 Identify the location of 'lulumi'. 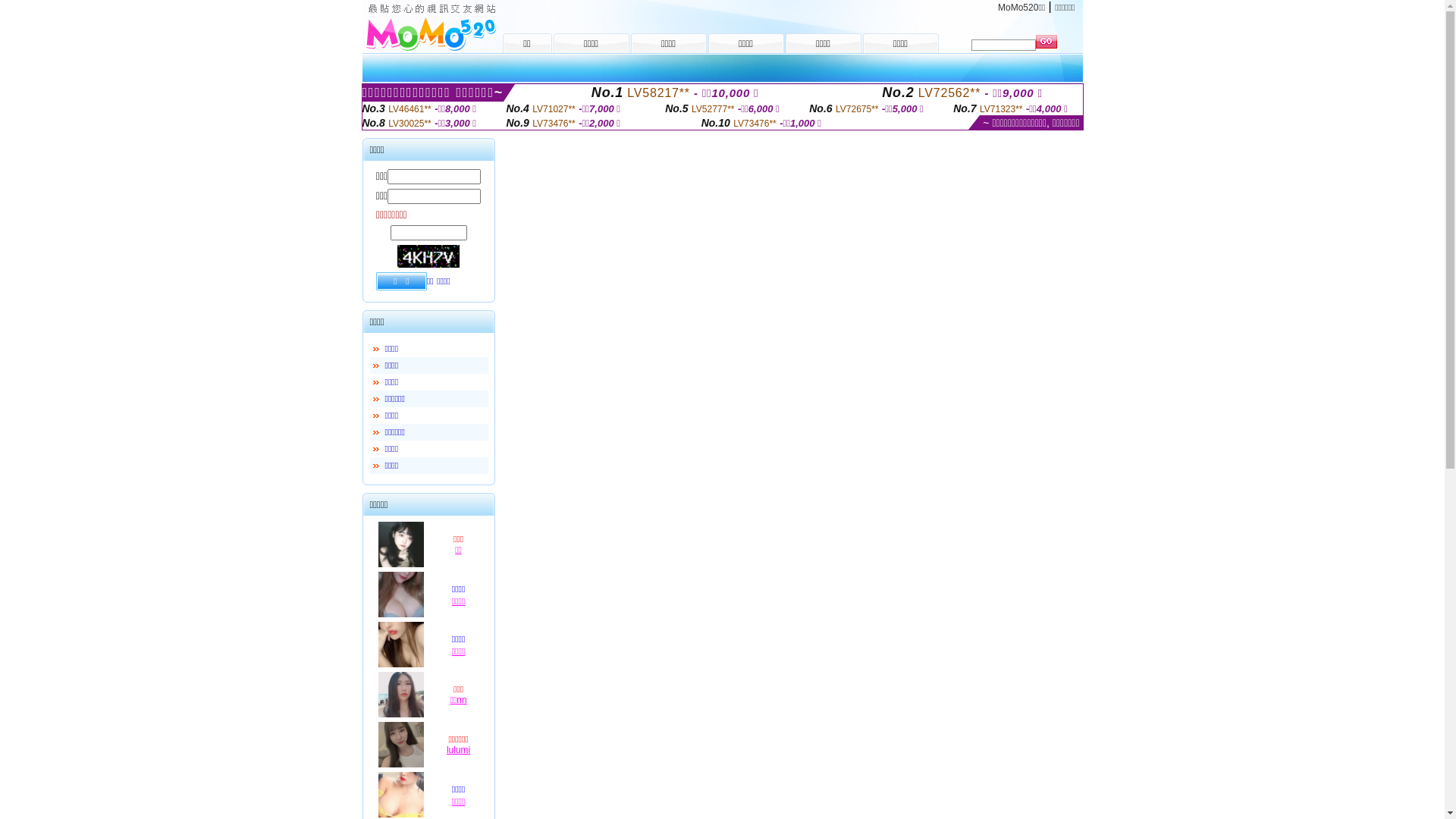
(457, 748).